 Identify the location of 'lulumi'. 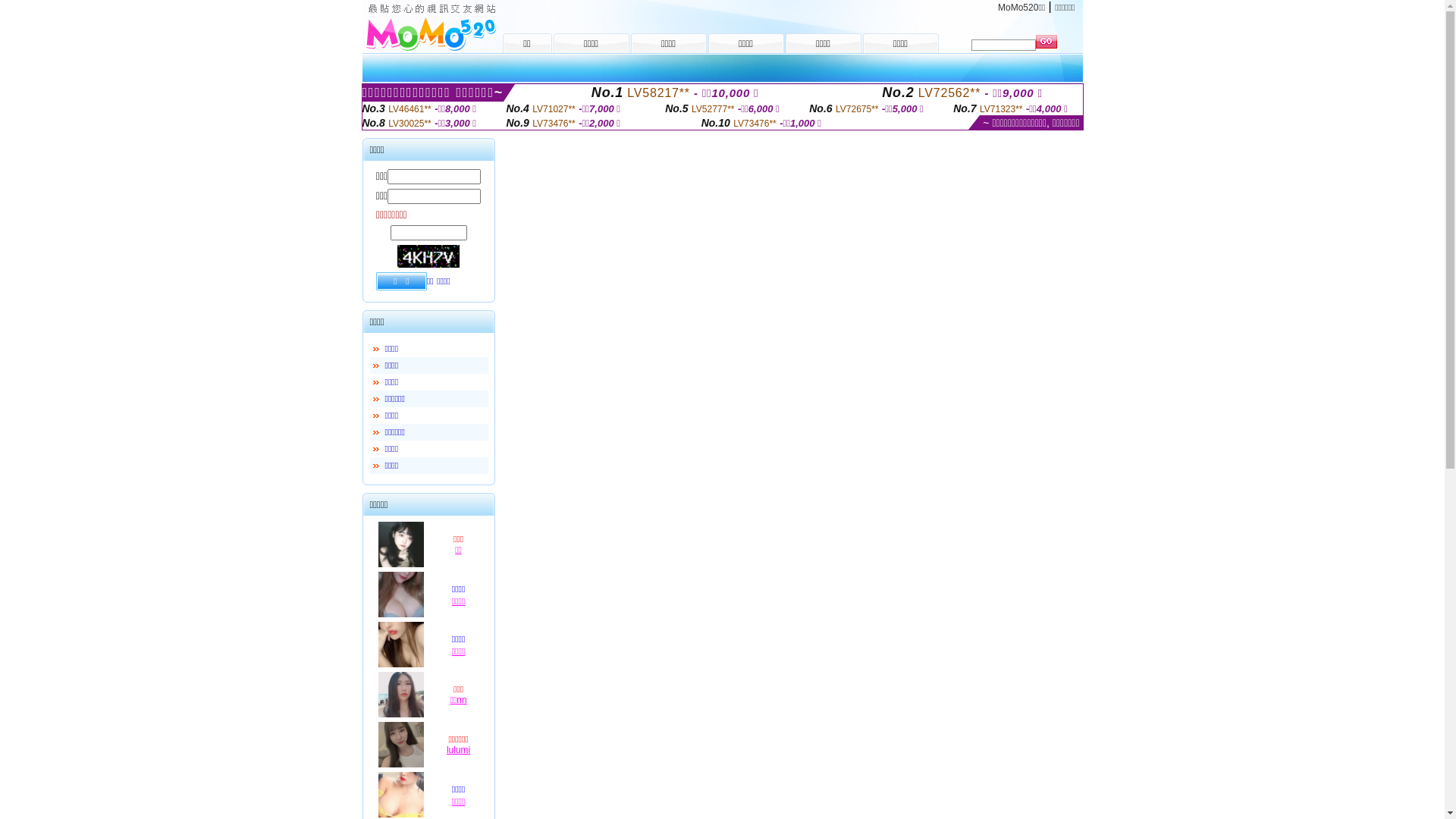
(457, 748).